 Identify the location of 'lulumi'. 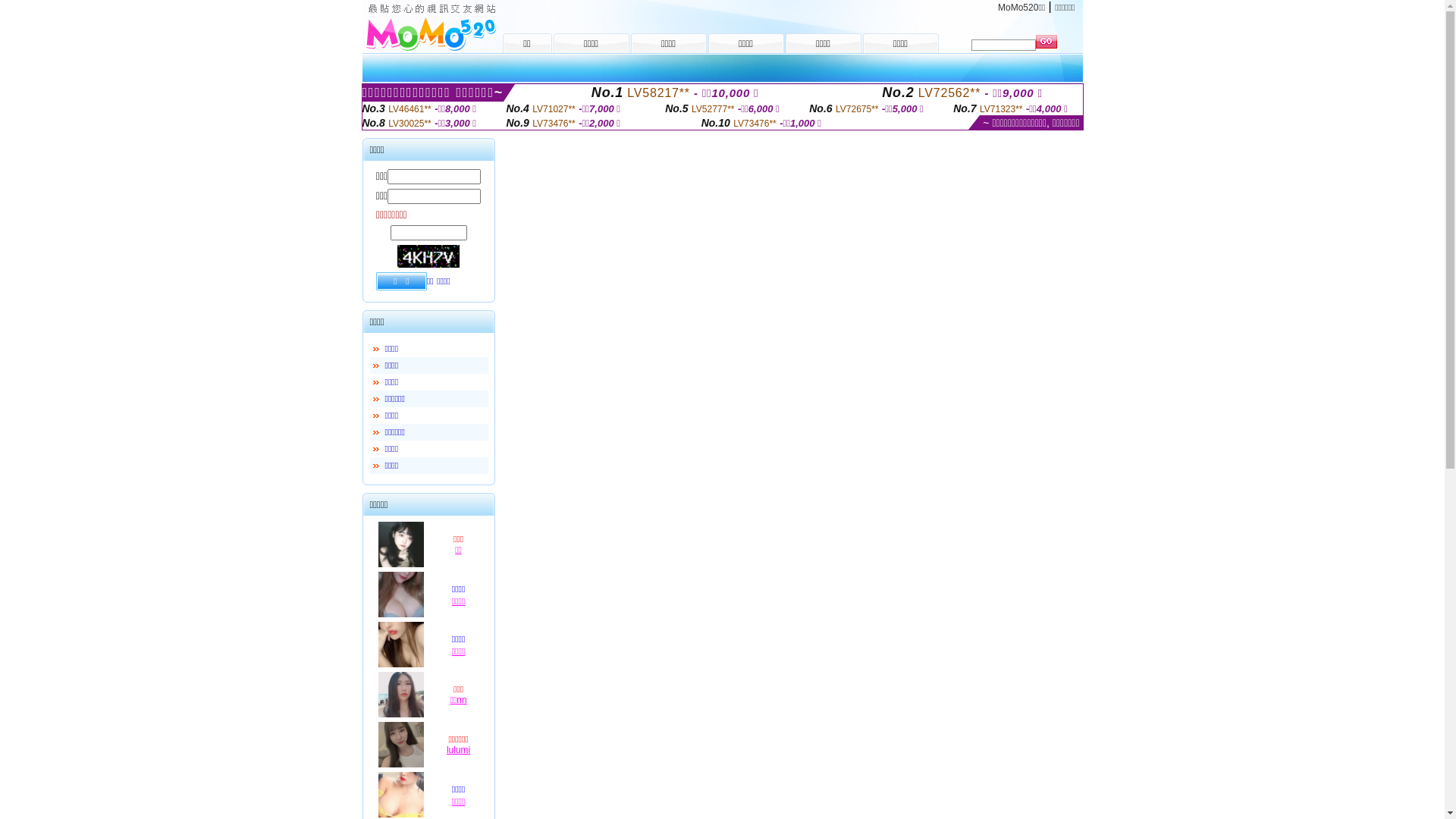
(457, 748).